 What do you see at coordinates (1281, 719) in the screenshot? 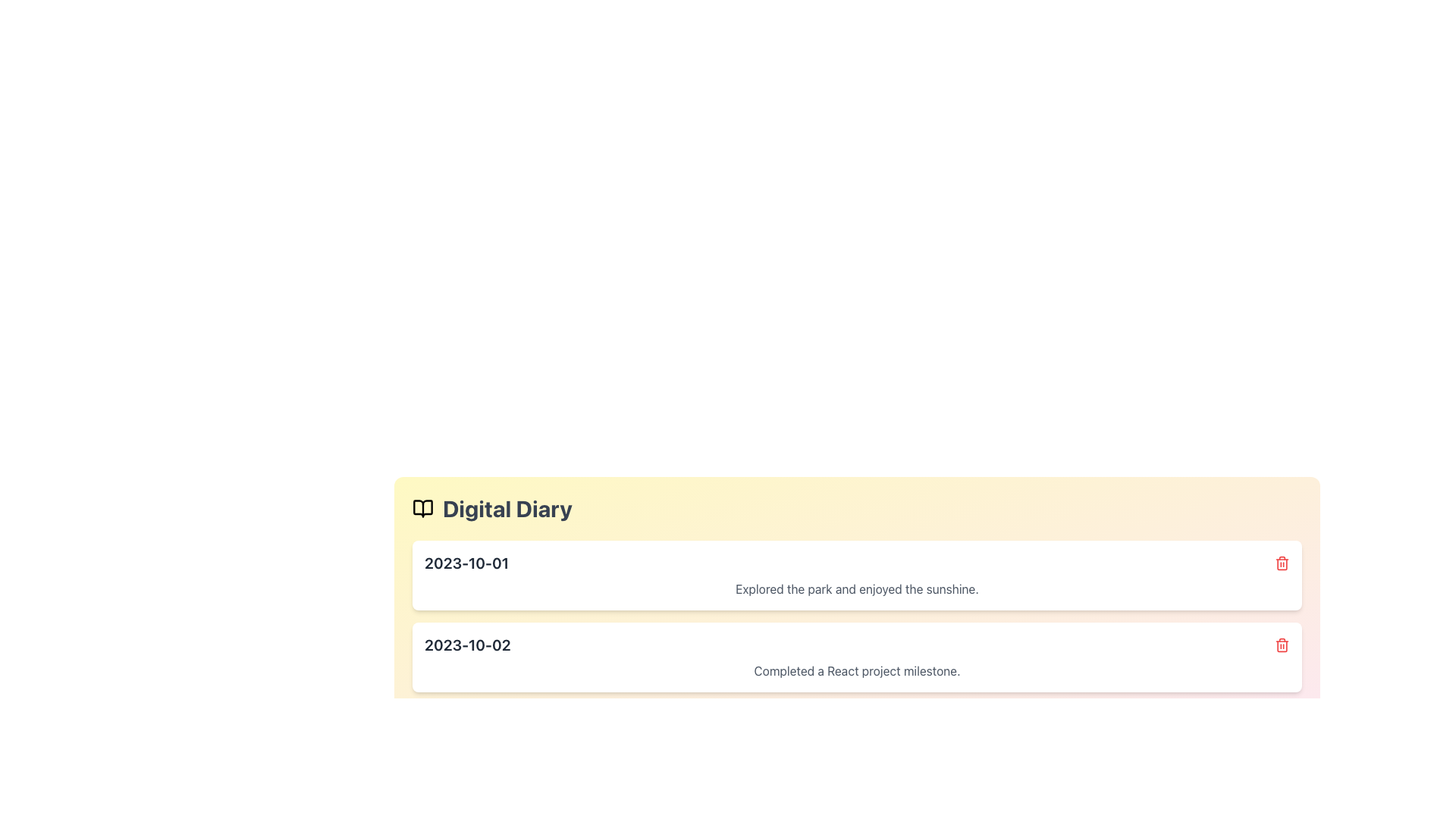
I see `the circular button with a plus symbol located in the bottom-right corner of the 'Digital Diary' section` at bounding box center [1281, 719].